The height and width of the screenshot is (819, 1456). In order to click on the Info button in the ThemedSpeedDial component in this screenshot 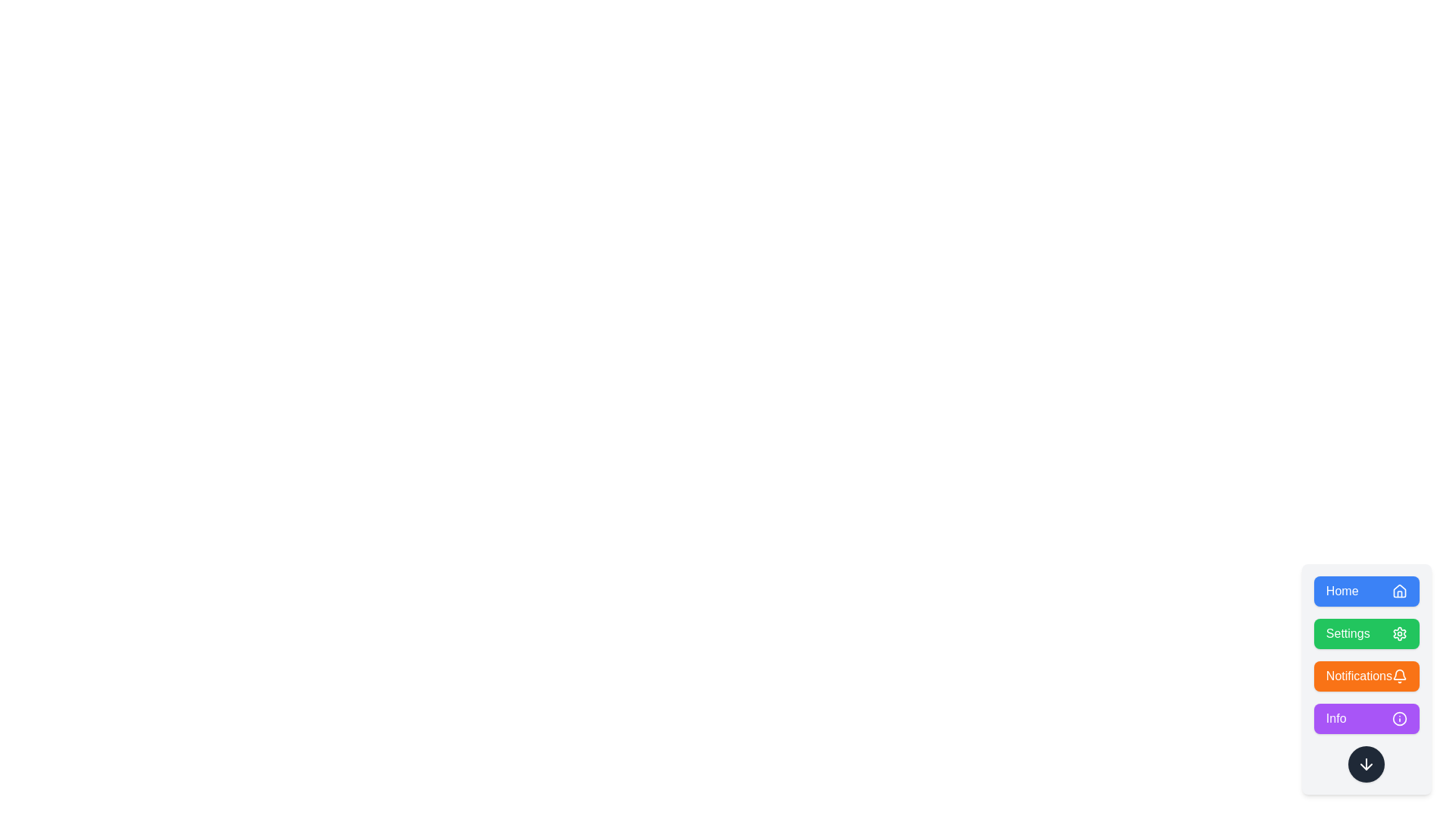, I will do `click(1367, 718)`.